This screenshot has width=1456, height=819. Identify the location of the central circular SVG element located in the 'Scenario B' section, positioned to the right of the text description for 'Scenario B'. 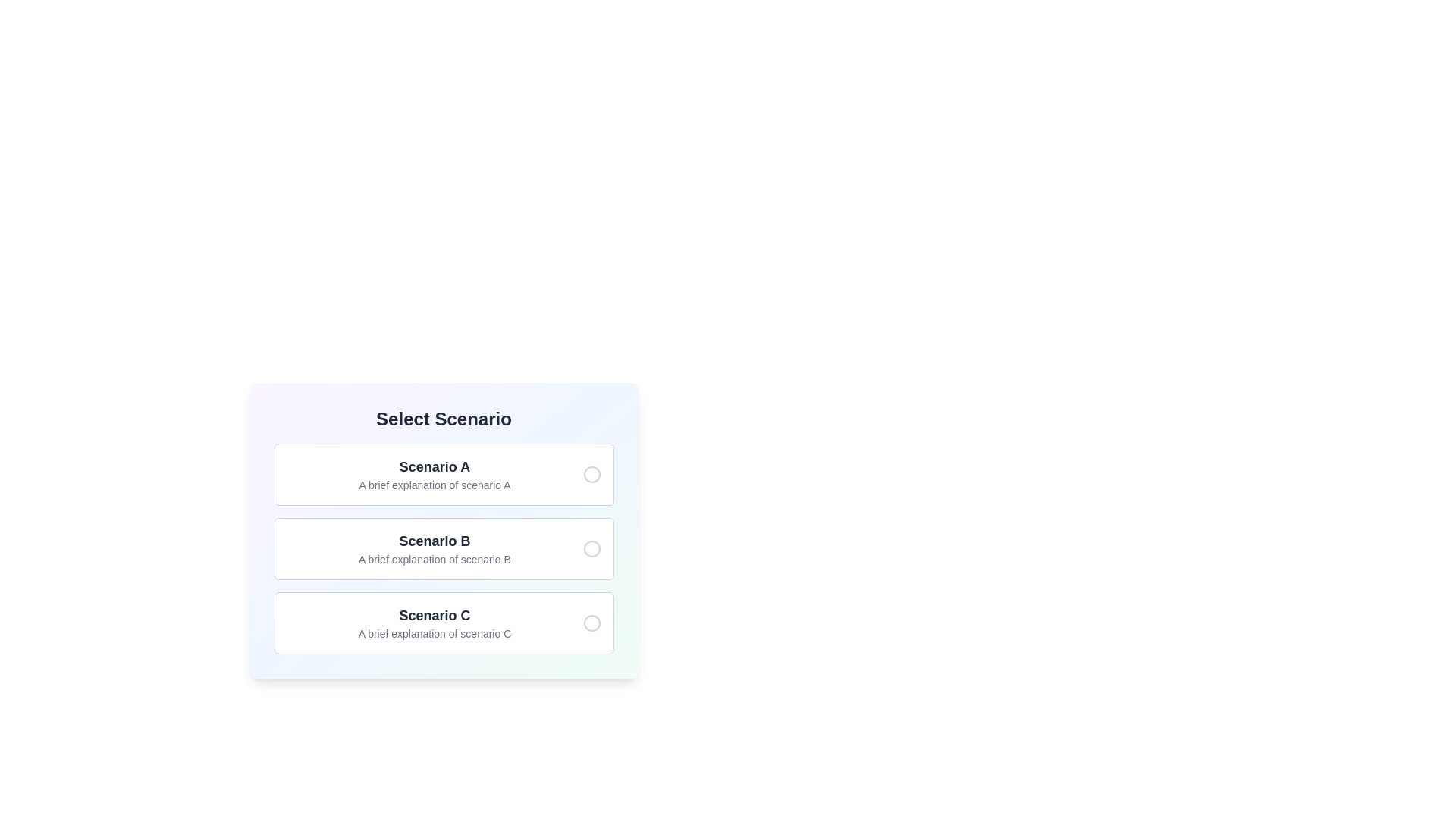
(591, 549).